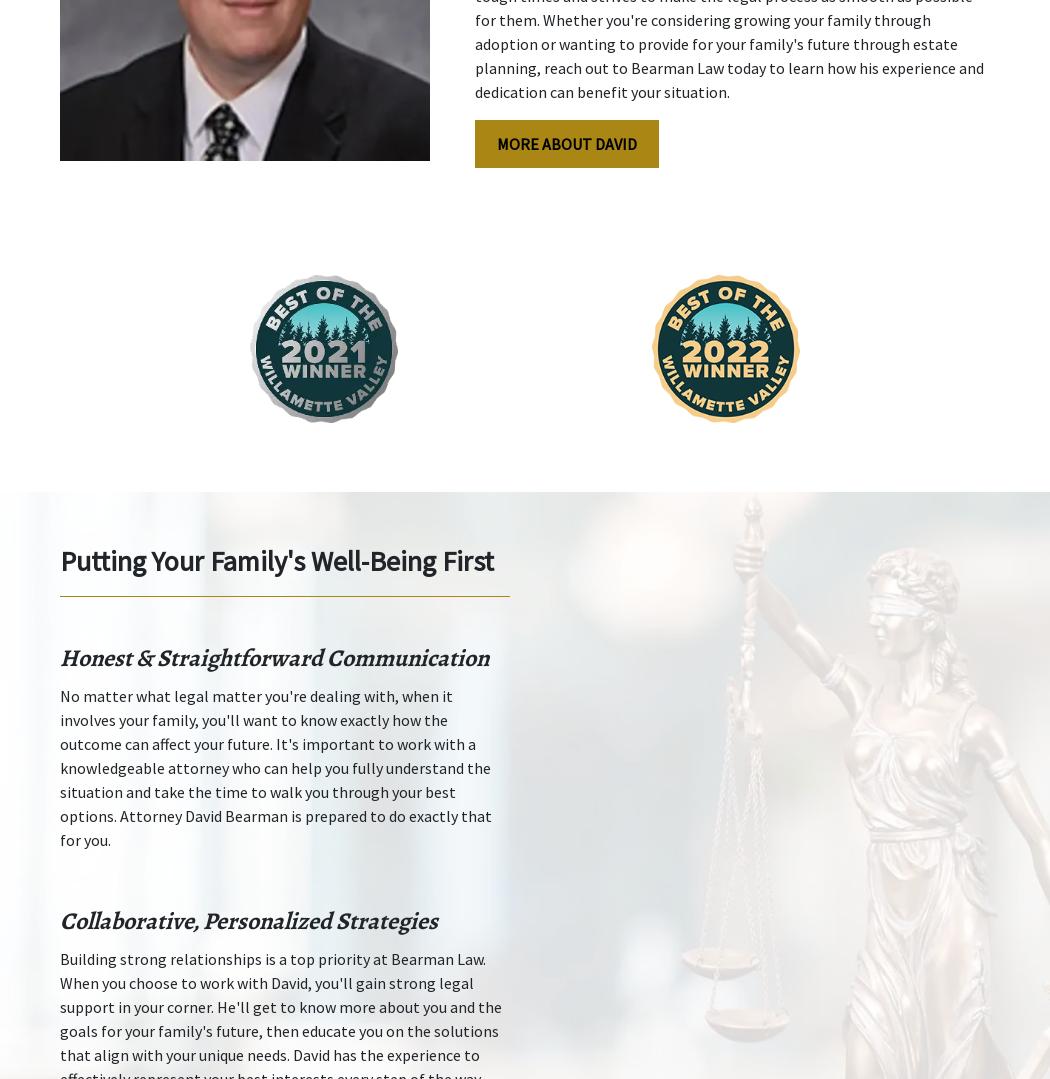  What do you see at coordinates (285, 152) in the screenshot?
I see `'388 State St'` at bounding box center [285, 152].